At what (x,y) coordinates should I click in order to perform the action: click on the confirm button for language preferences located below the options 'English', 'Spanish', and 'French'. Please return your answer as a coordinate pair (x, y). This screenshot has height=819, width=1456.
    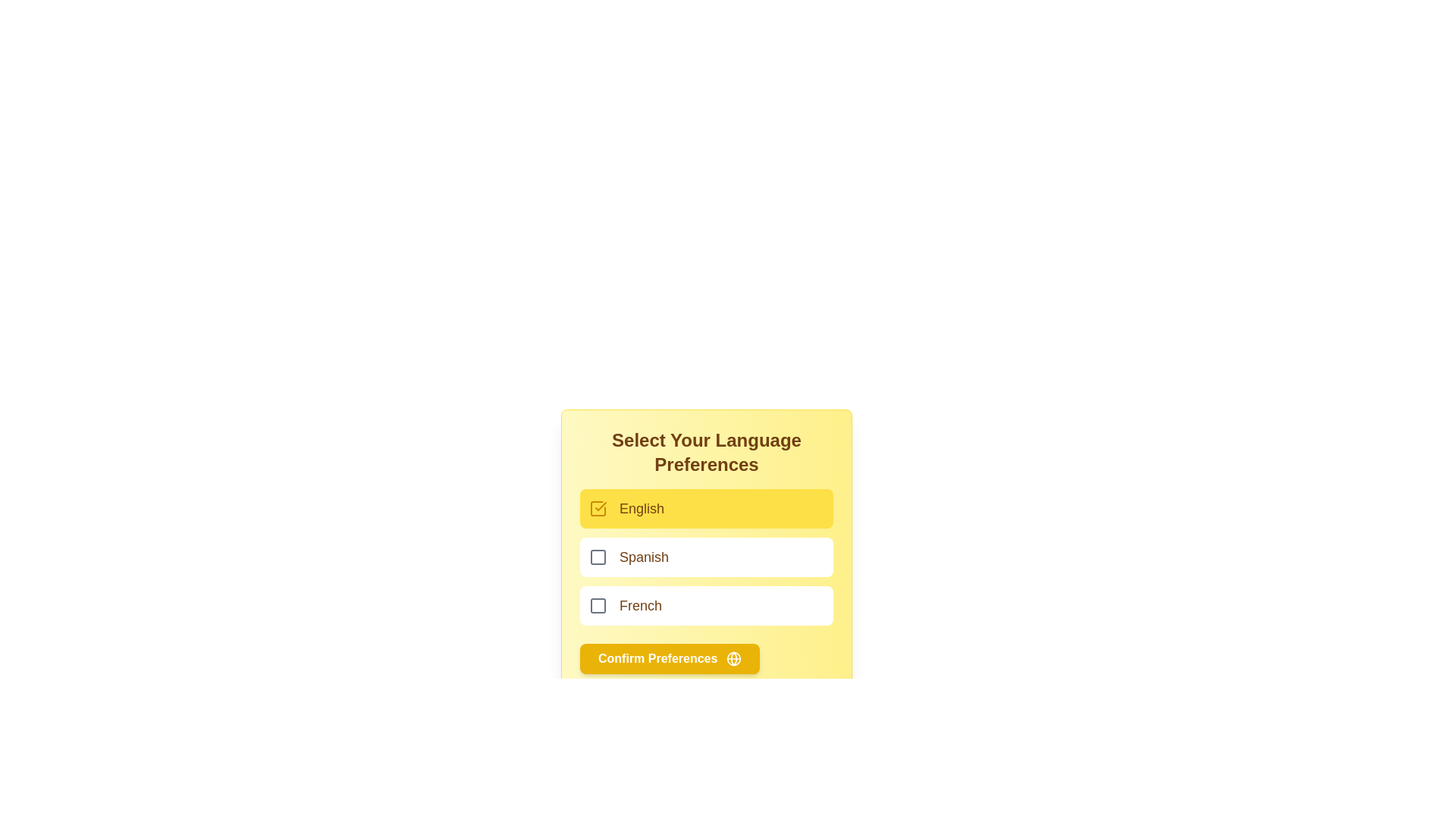
    Looking at the image, I should click on (705, 657).